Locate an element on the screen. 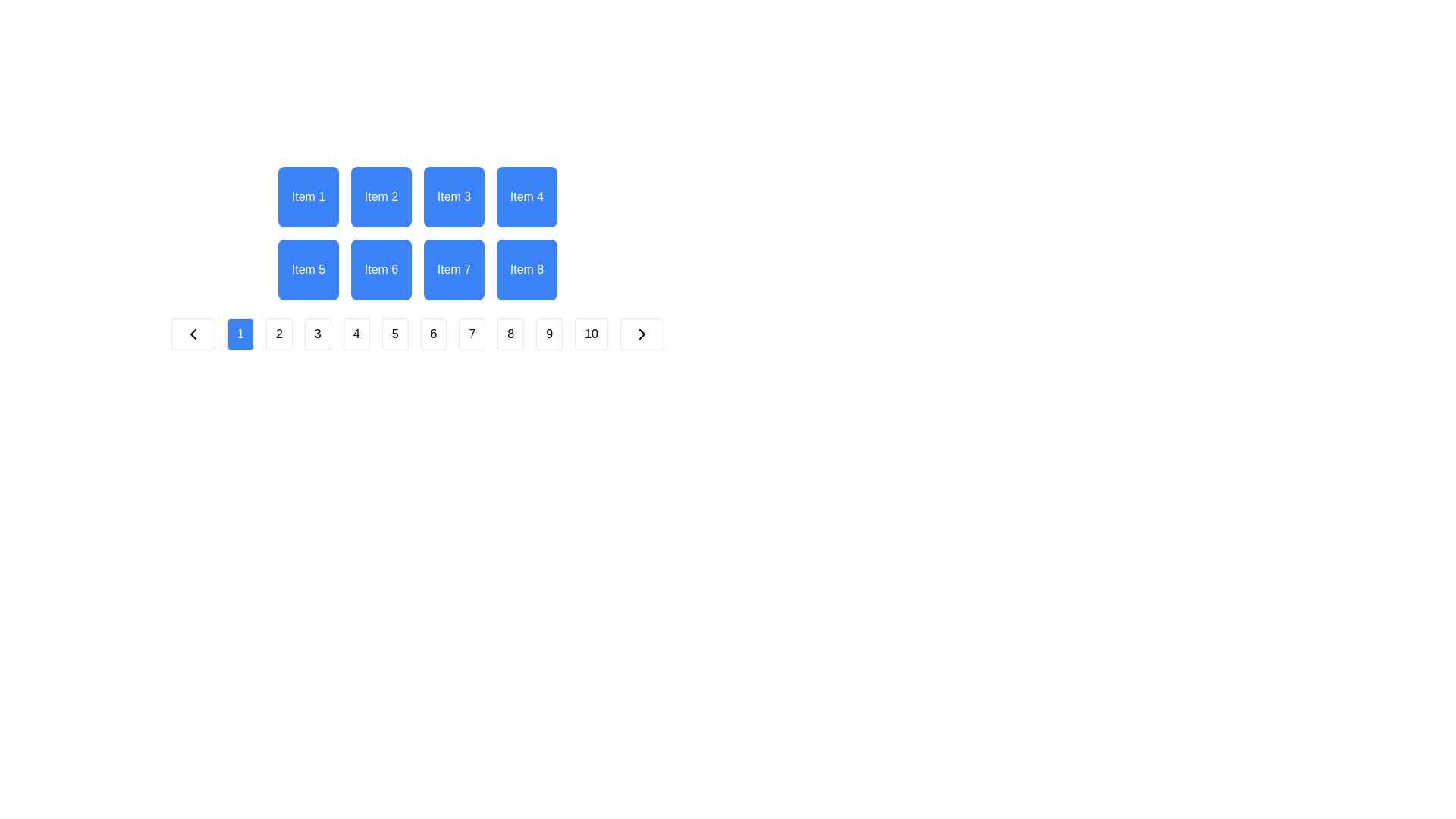  the third item in the first row of the grid layout, which is visually distinct and located between 'Item 2' and 'Item 4' is located at coordinates (453, 196).